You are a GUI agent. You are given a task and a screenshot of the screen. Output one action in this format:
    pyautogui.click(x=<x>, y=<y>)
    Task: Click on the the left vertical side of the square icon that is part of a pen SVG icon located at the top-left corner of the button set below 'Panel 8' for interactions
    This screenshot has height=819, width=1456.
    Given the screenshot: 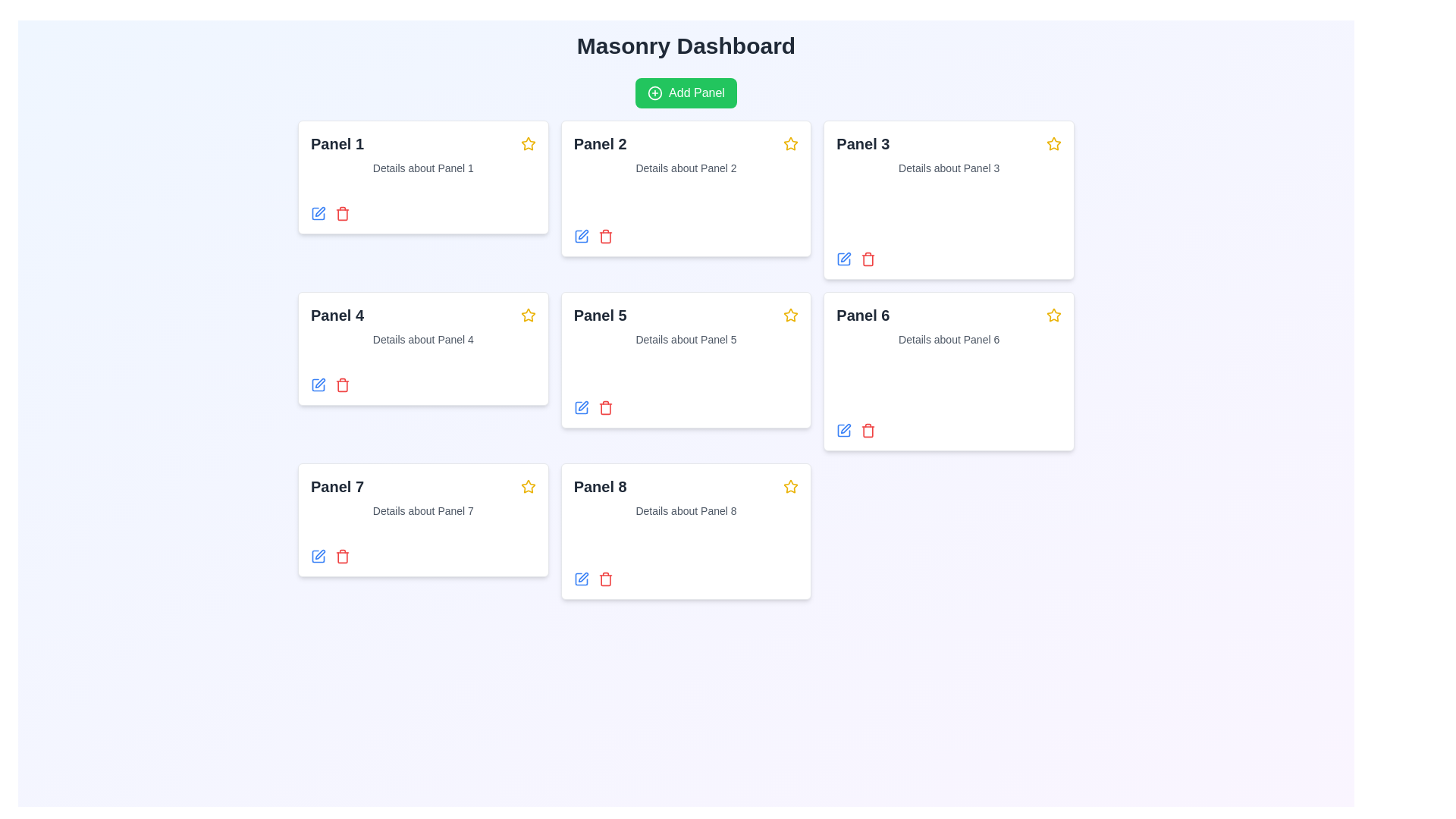 What is the action you would take?
    pyautogui.click(x=580, y=237)
    